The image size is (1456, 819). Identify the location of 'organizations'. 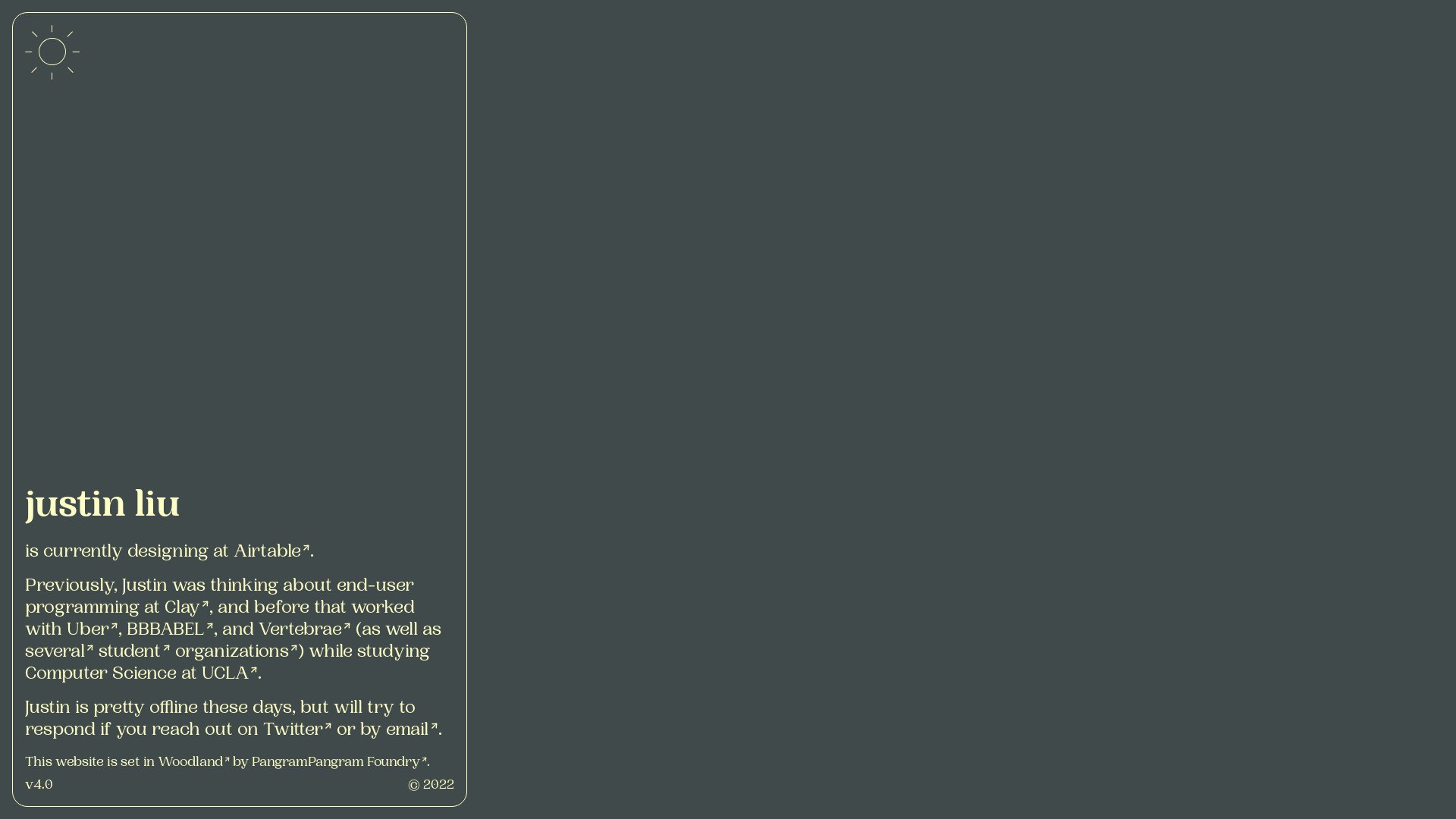
(174, 651).